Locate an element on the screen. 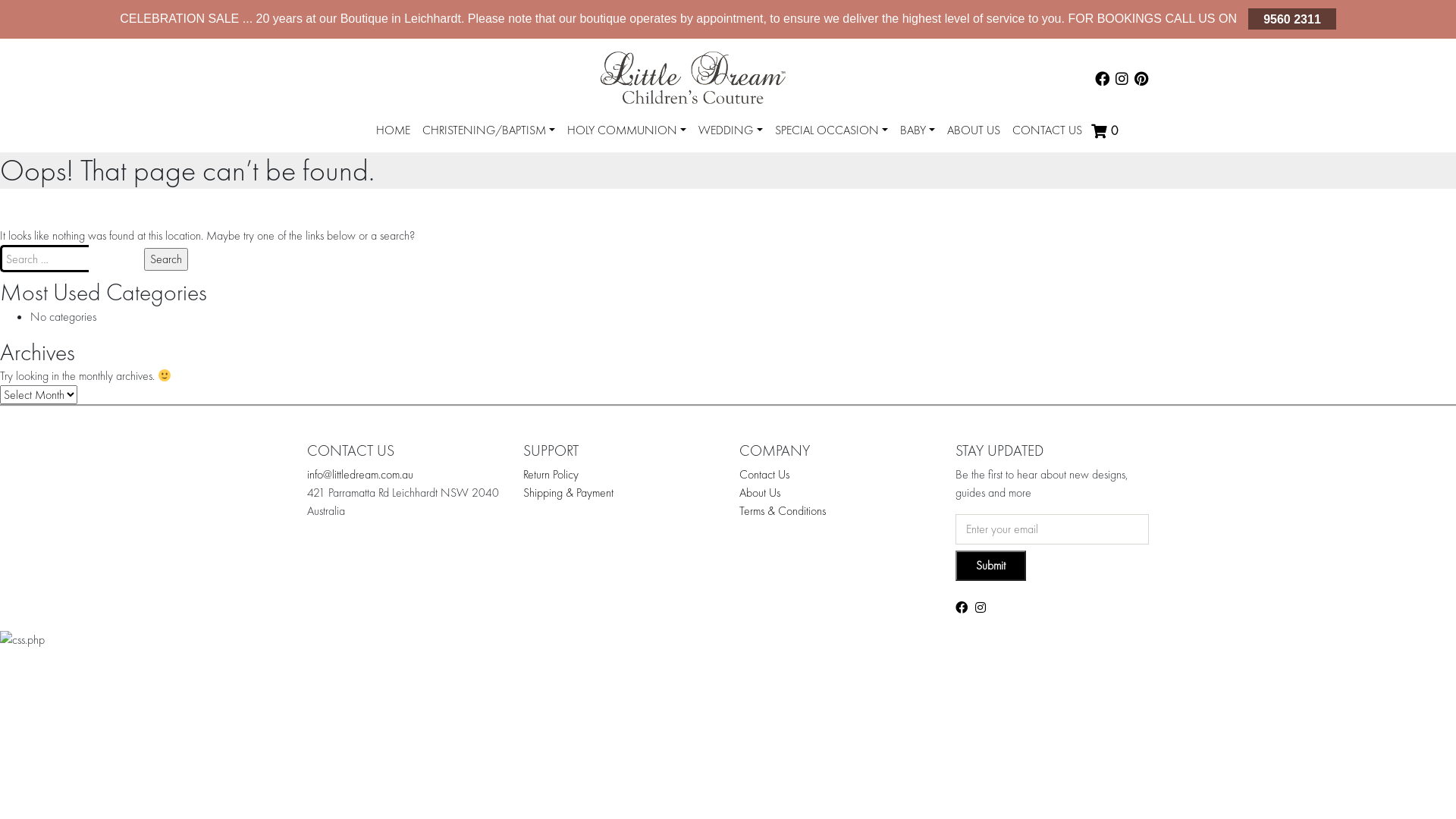  'ABOUT US' is located at coordinates (973, 130).